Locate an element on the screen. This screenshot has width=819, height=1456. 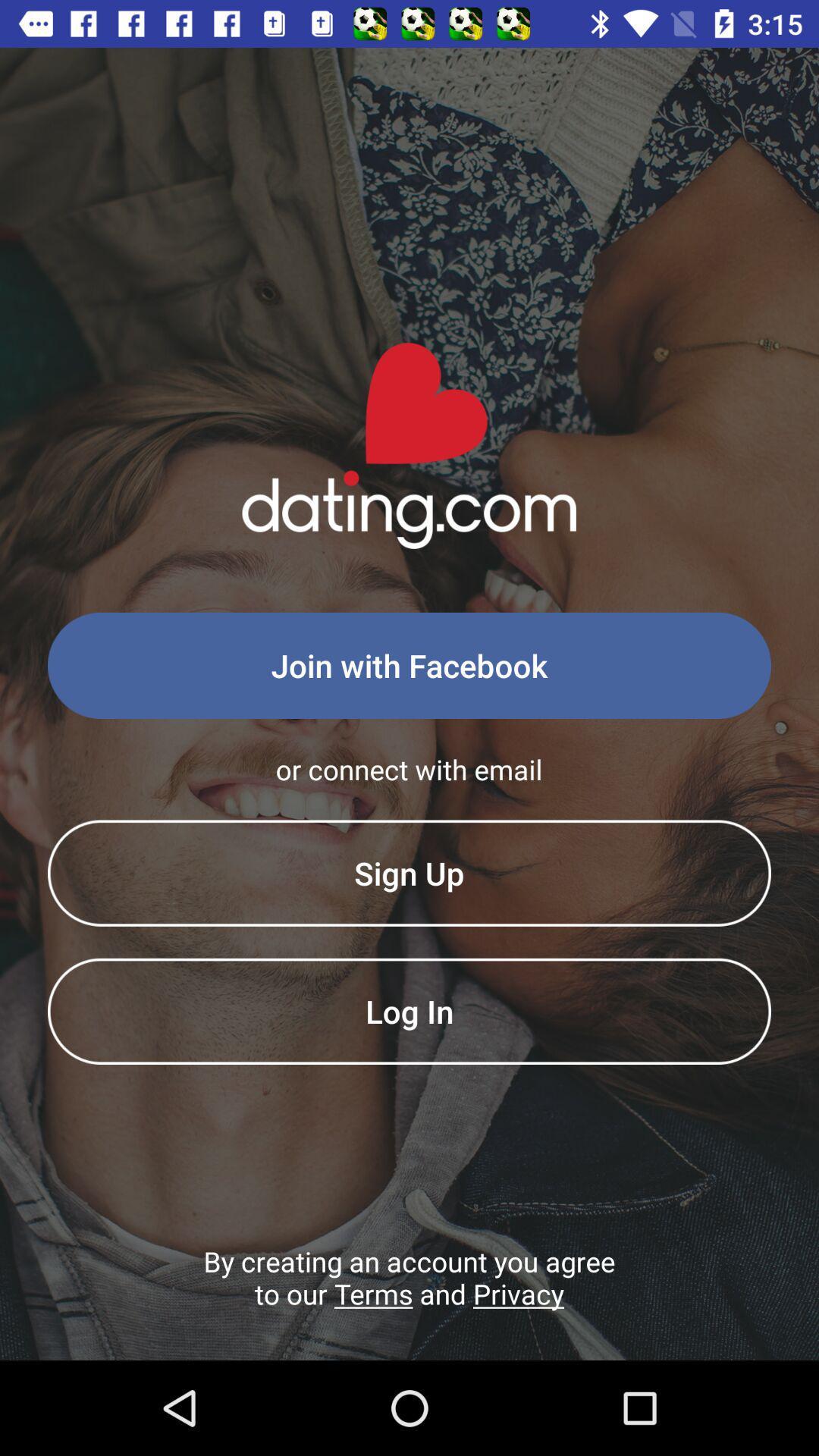
the icon below the or connect with is located at coordinates (409, 873).